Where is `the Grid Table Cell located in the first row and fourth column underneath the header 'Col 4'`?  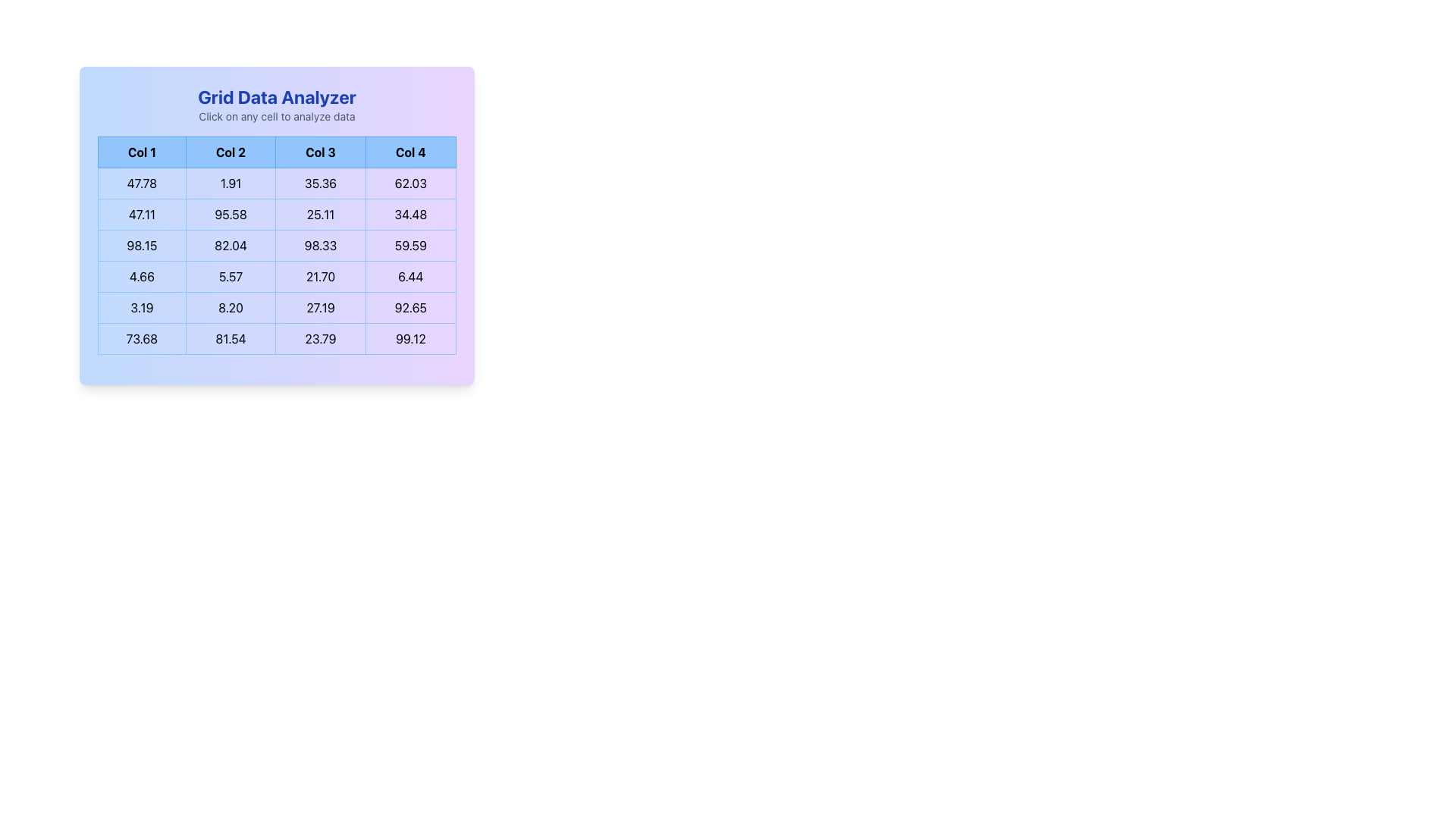 the Grid Table Cell located in the first row and fourth column underneath the header 'Col 4' is located at coordinates (410, 183).